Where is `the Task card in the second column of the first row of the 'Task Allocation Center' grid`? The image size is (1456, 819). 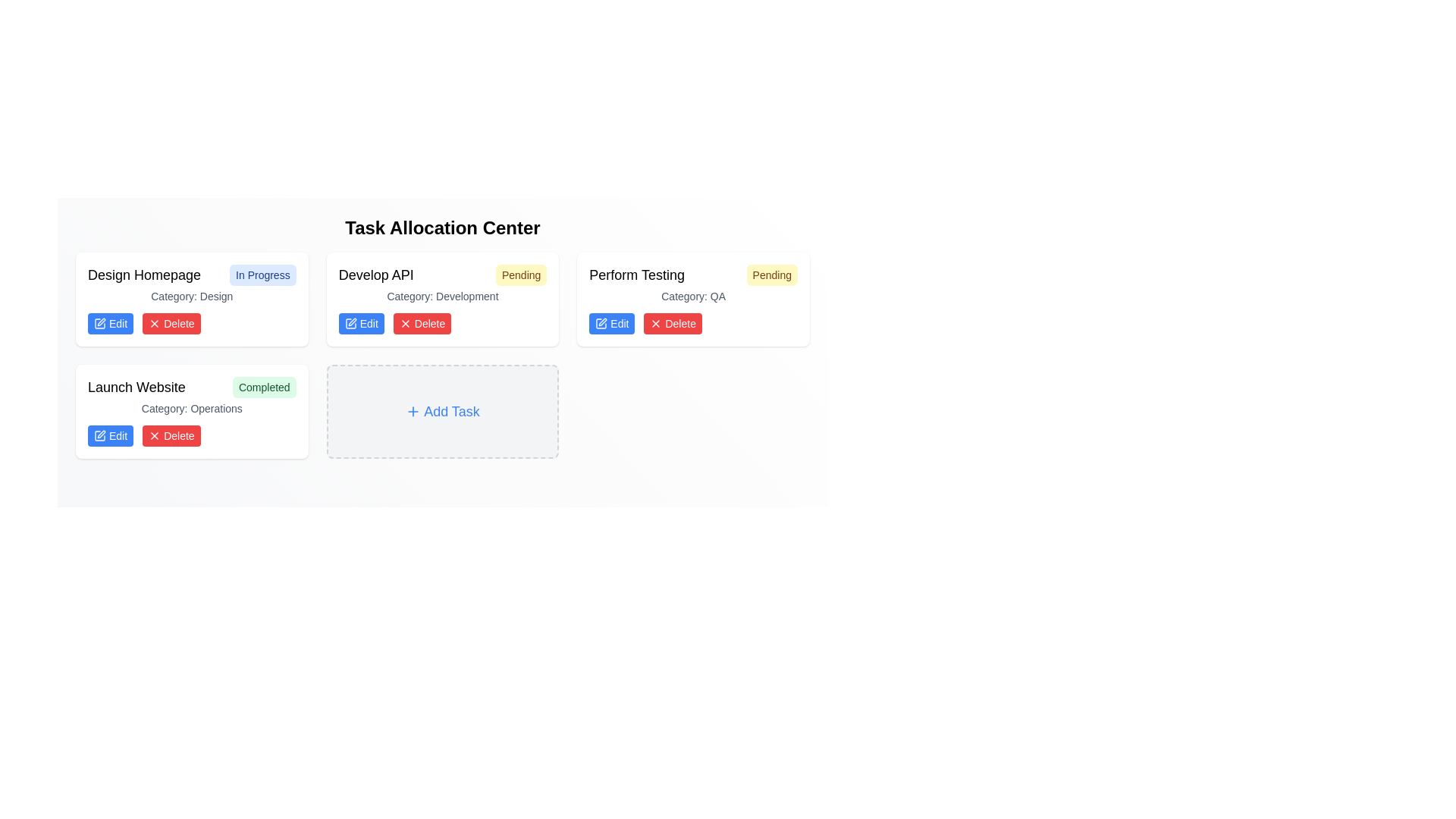
the Task card in the second column of the first row of the 'Task Allocation Center' grid is located at coordinates (442, 299).